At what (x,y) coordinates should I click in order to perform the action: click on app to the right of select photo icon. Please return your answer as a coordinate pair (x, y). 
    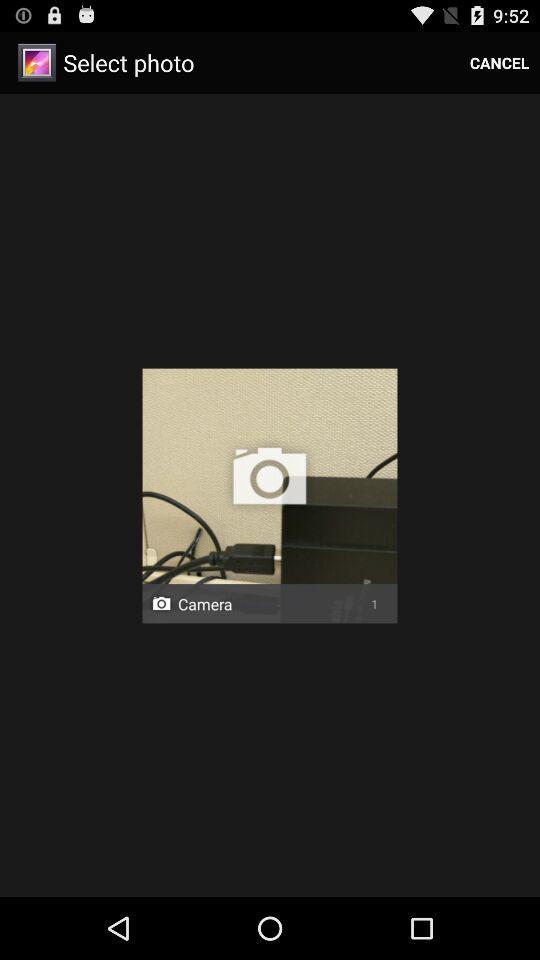
    Looking at the image, I should click on (498, 62).